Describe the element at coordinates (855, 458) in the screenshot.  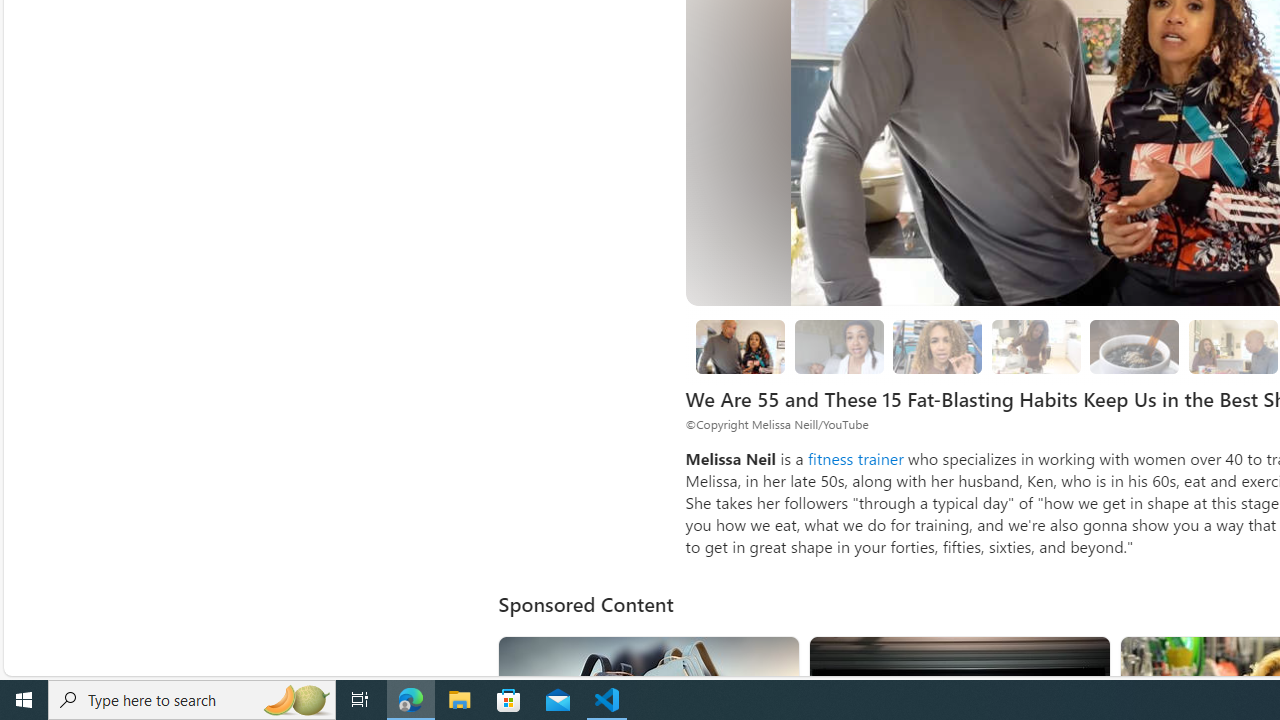
I see `'fitness trainer'` at that location.